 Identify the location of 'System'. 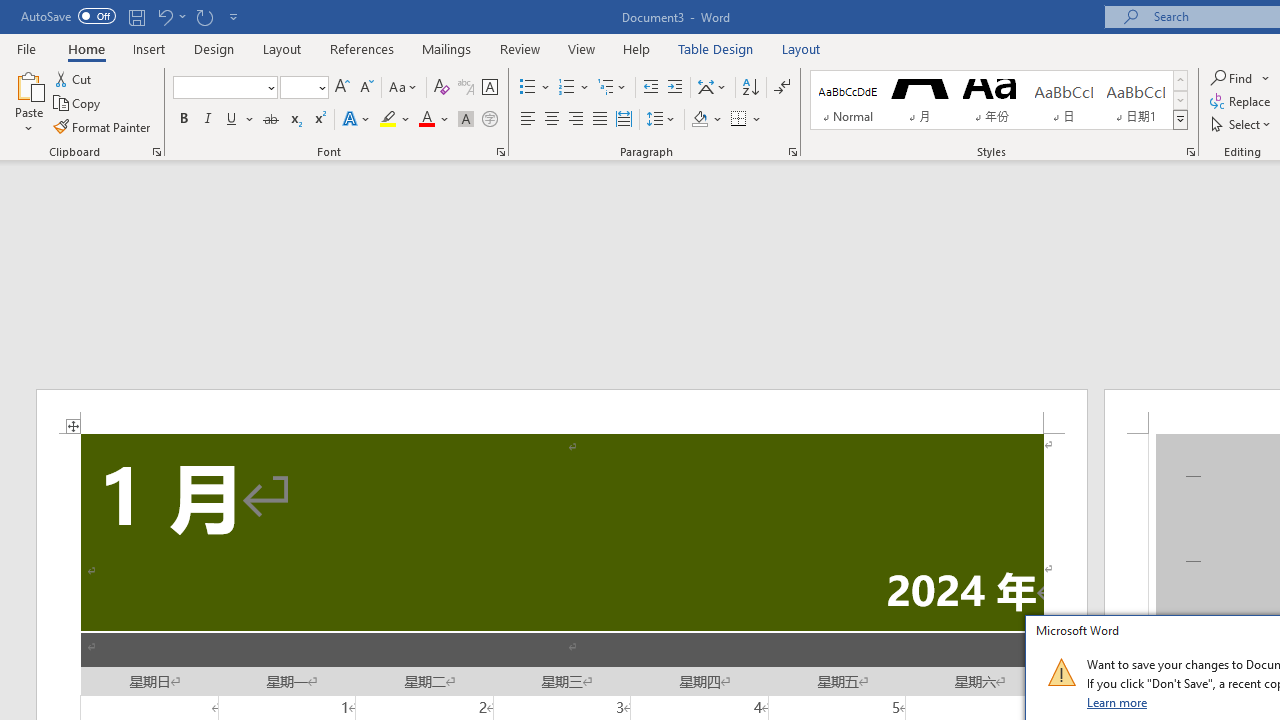
(10, 11).